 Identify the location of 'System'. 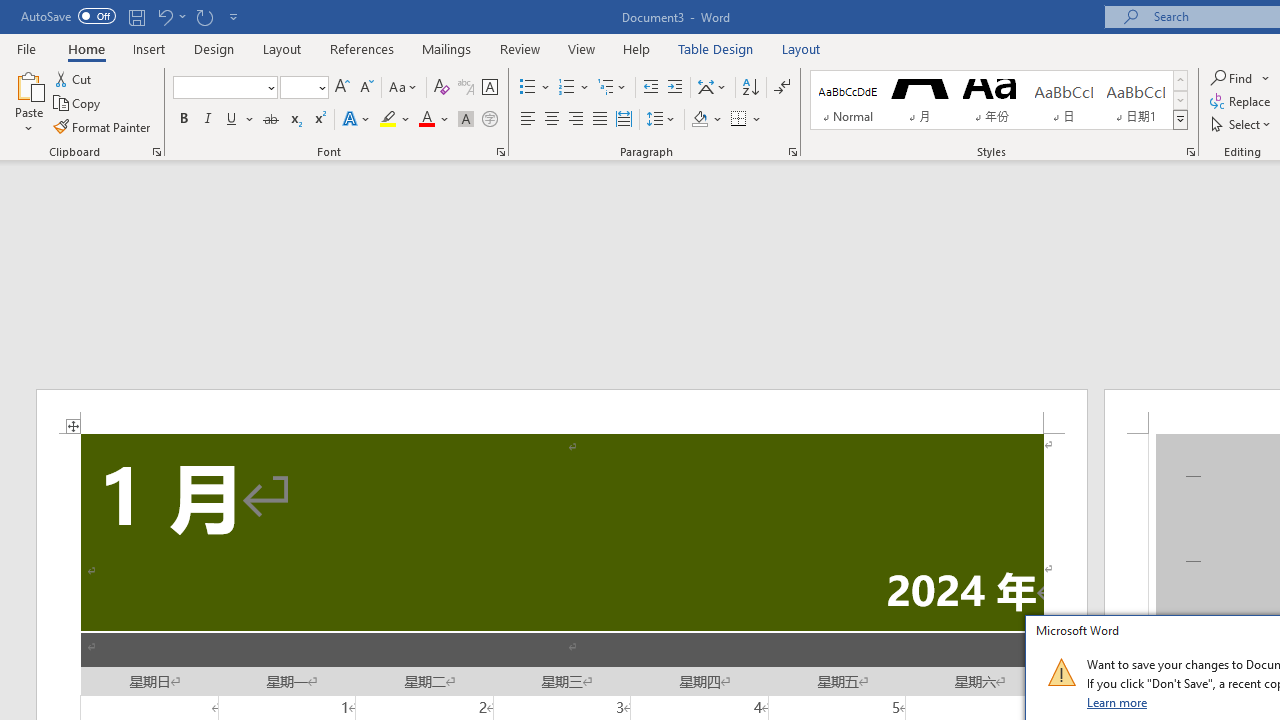
(10, 11).